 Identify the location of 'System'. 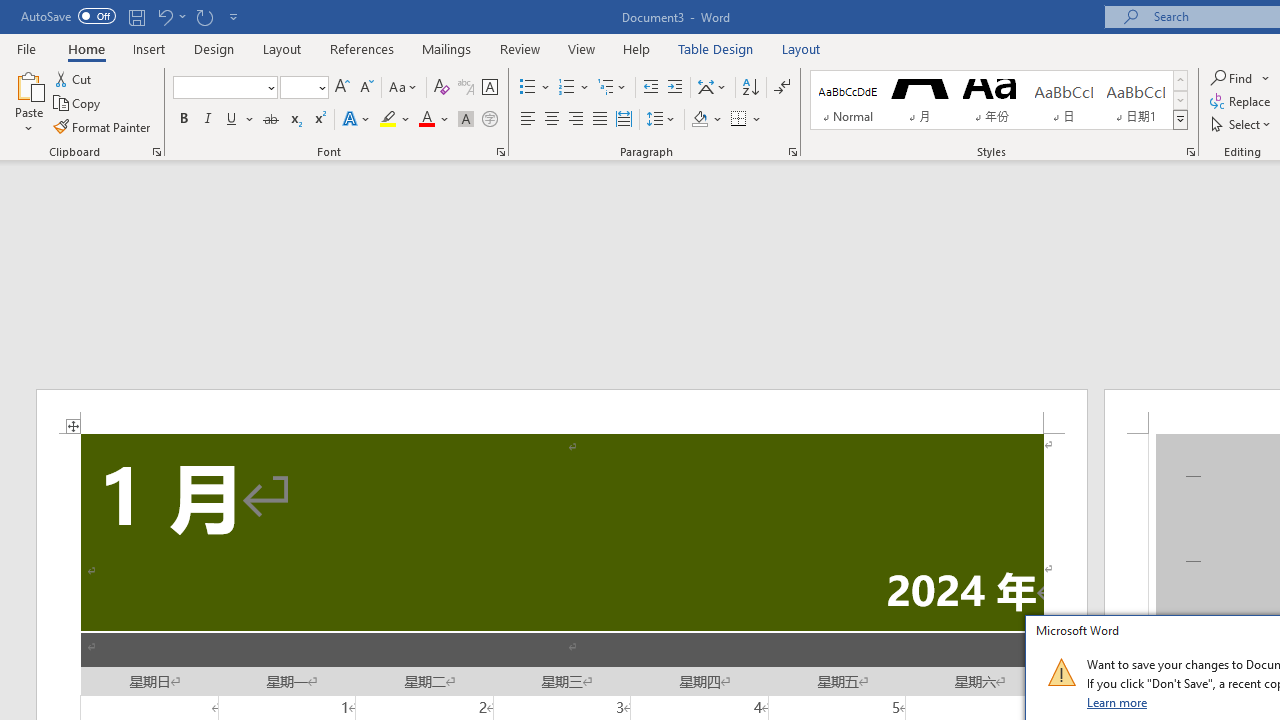
(10, 11).